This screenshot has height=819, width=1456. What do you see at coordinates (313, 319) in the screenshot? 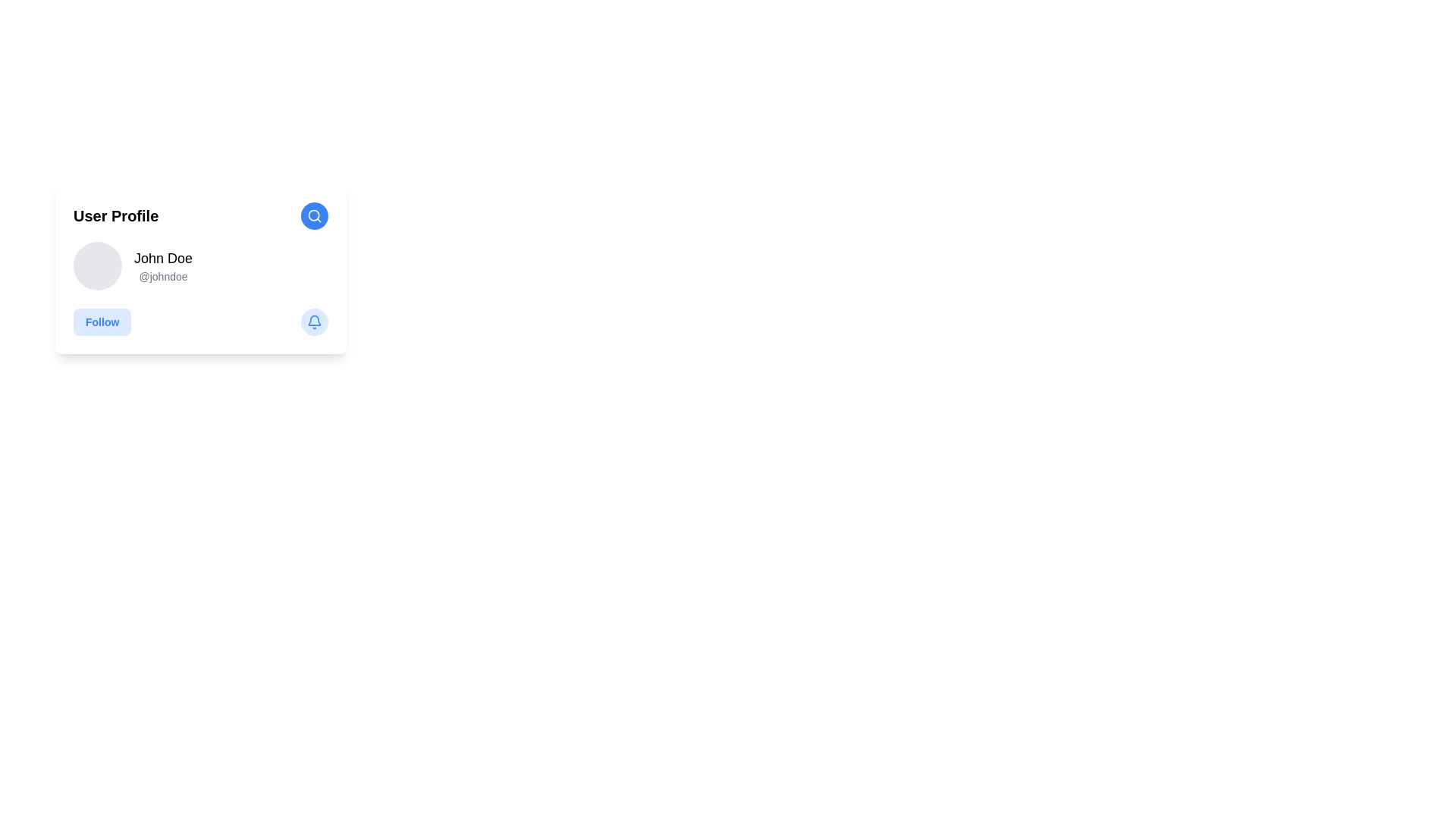
I see `the bell-shaped notification icon located in the top-right corner of the profile information card` at bounding box center [313, 319].